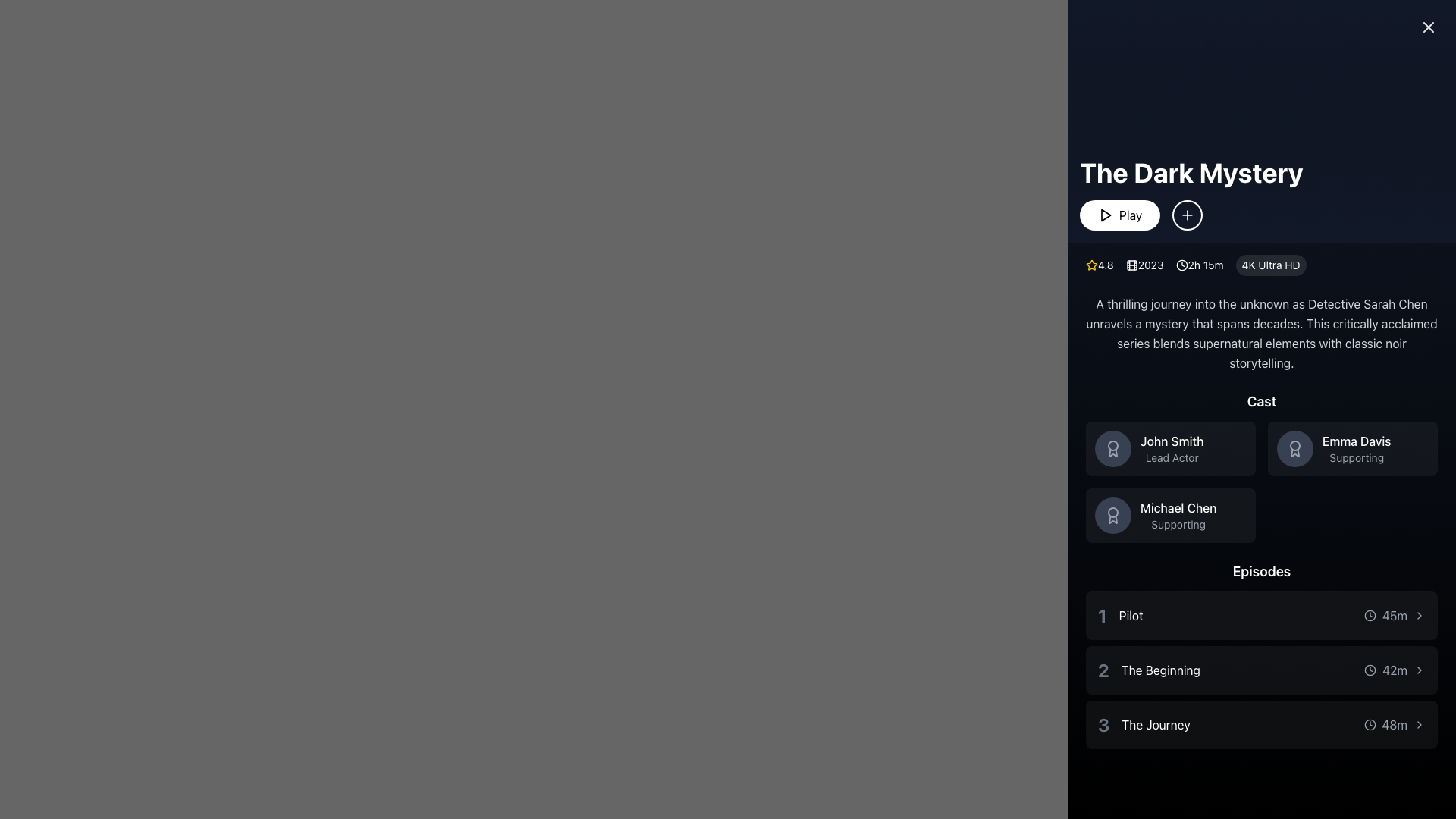  Describe the element at coordinates (1113, 519) in the screenshot. I see `the decorative subcomponent of the Award icon associated with actor Michael Chen in the Cast section` at that location.